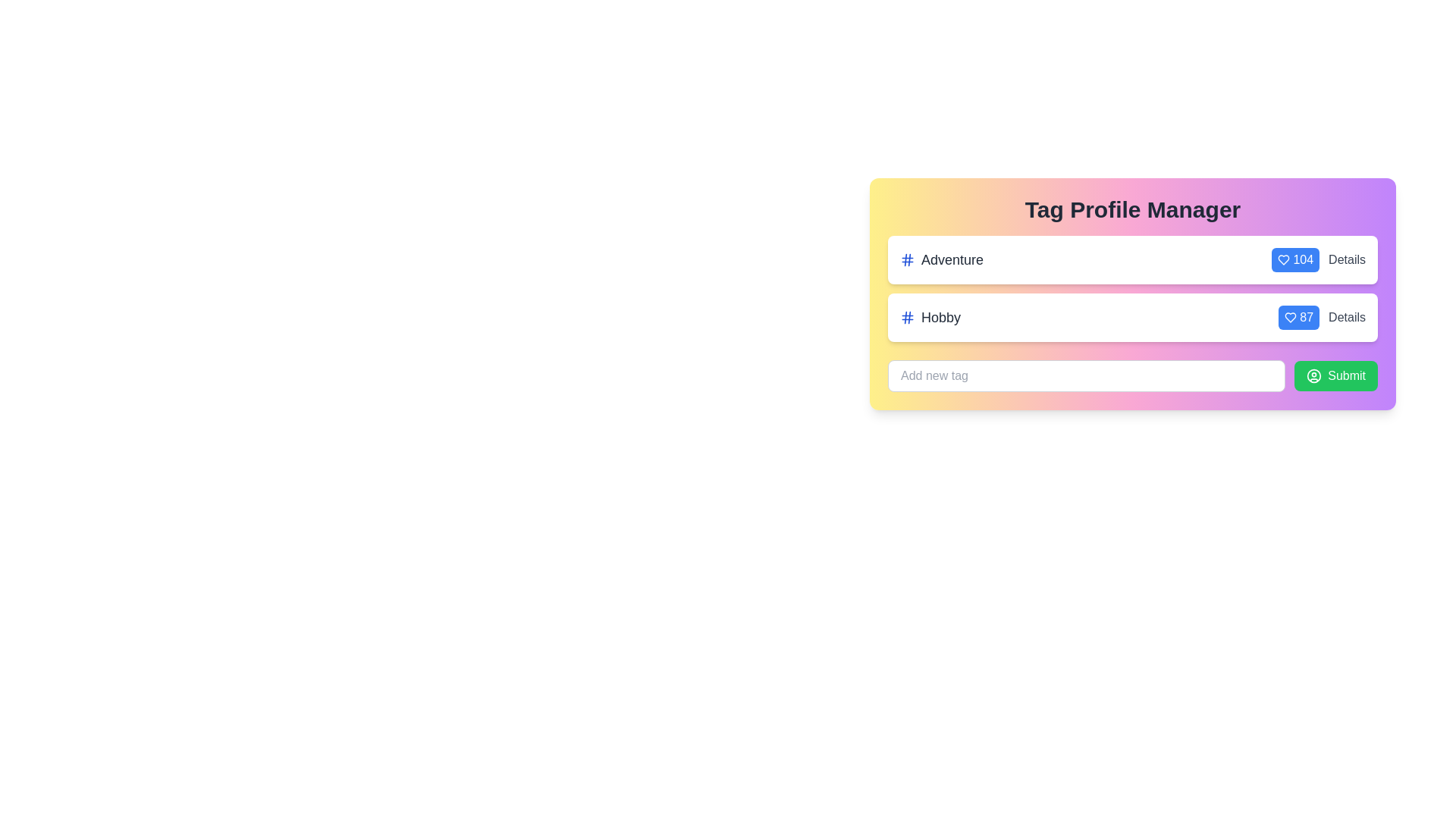  I want to click on the second vertical line of the hash icon adjacent to the 'Hobby' label, so click(905, 317).